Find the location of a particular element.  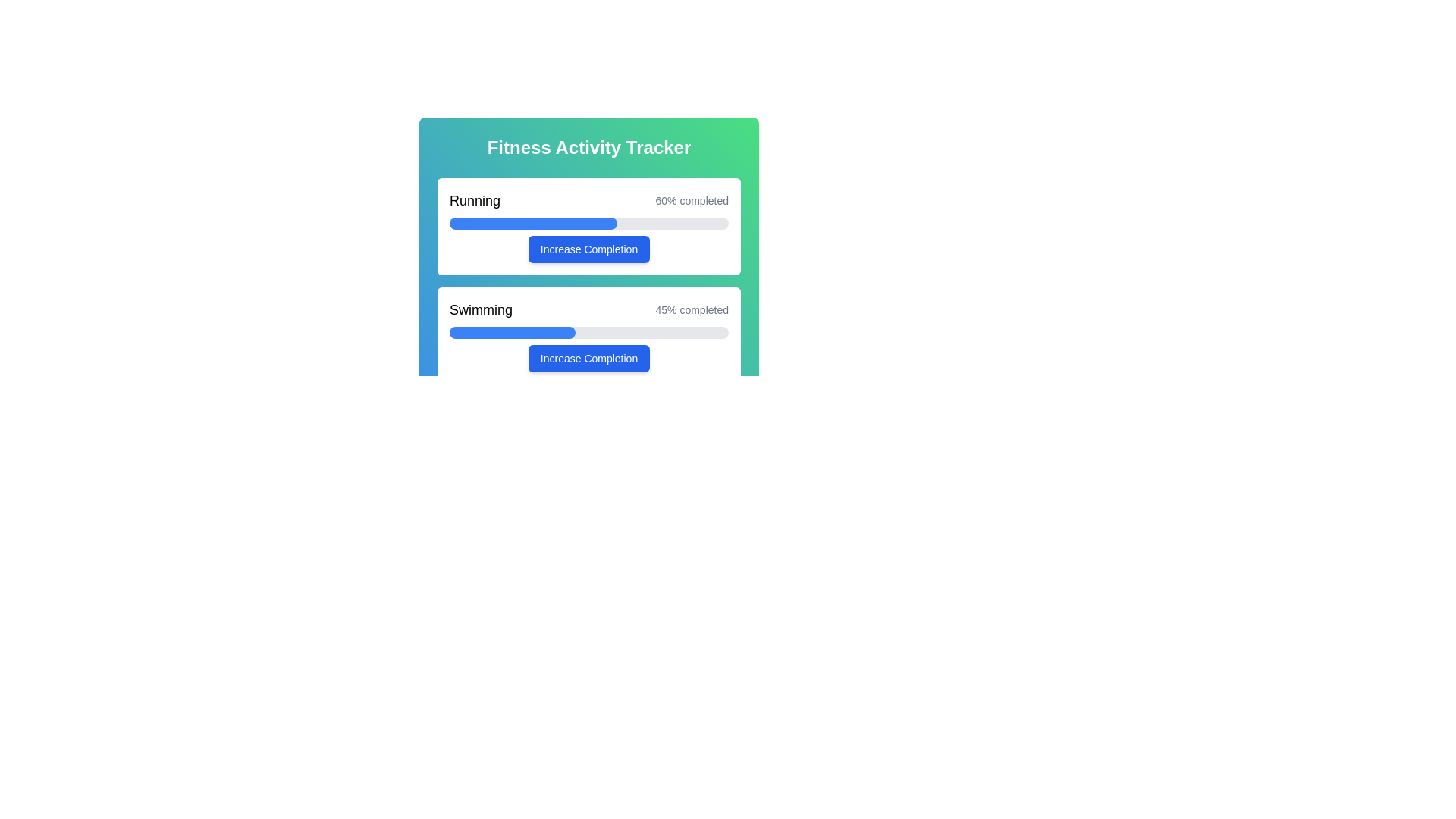

the first card in the Fitness Activity Tracker section that displays progress for 'Running' is located at coordinates (588, 227).